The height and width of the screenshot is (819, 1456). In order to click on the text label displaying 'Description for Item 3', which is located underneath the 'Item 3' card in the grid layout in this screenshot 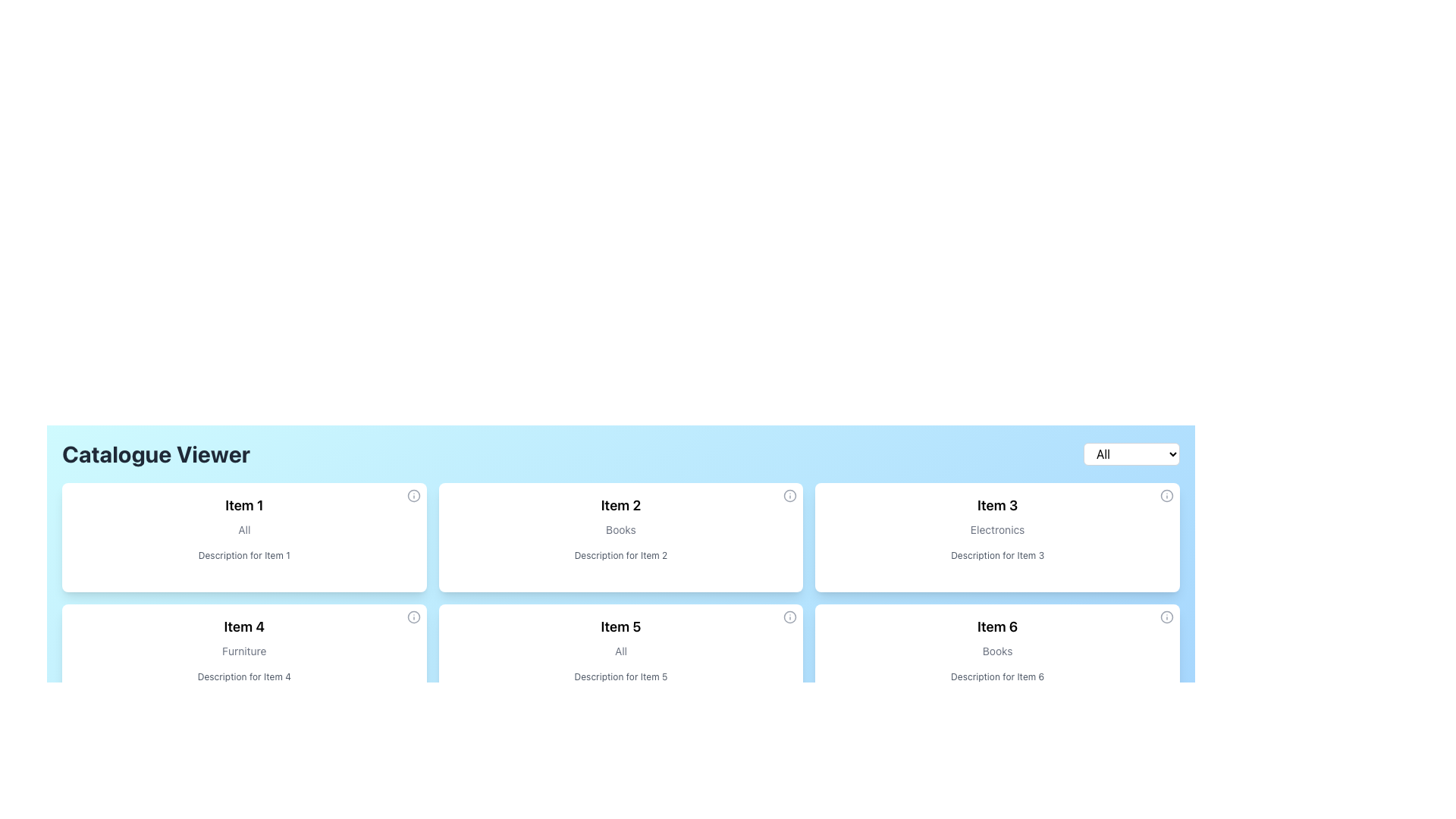, I will do `click(997, 555)`.